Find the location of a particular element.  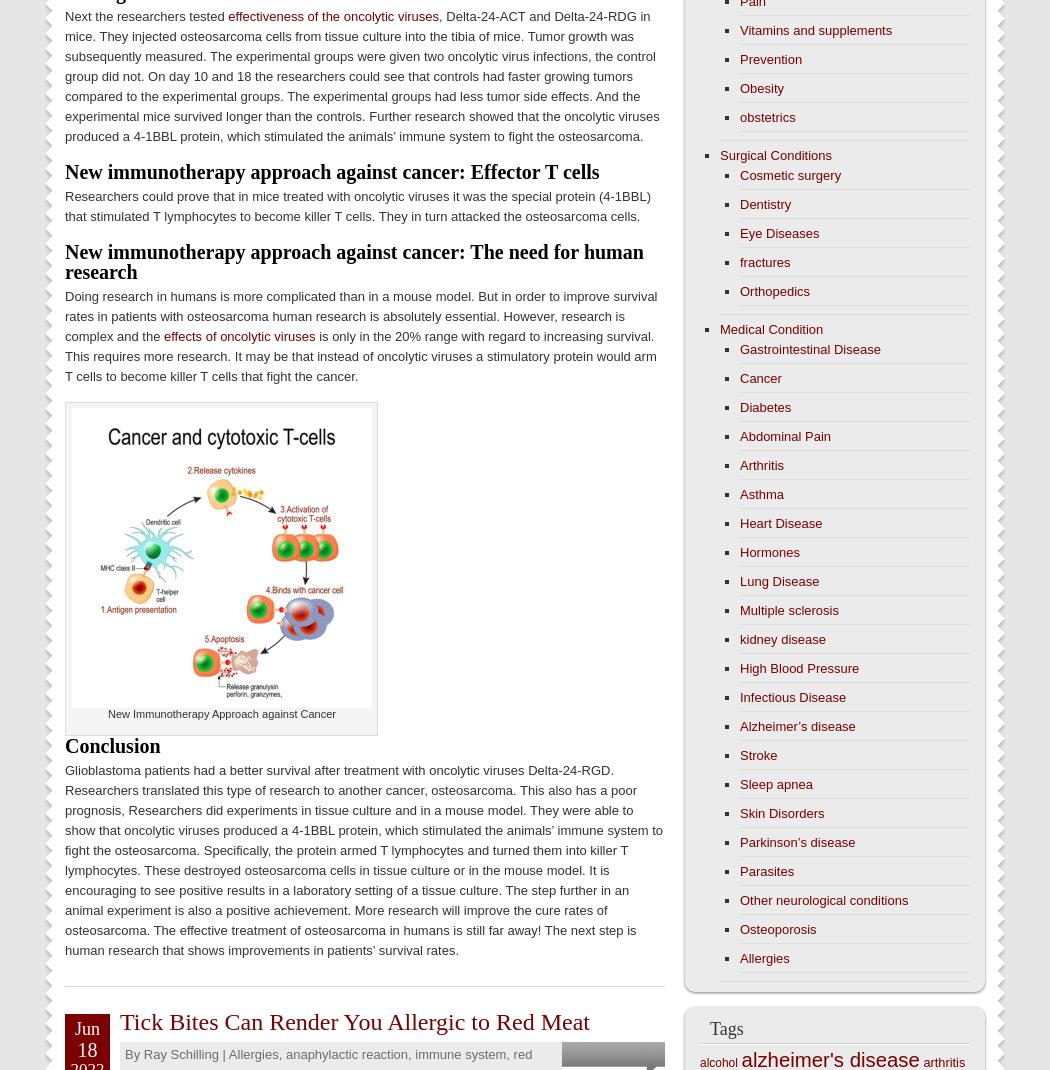

'Parasites' is located at coordinates (739, 871).